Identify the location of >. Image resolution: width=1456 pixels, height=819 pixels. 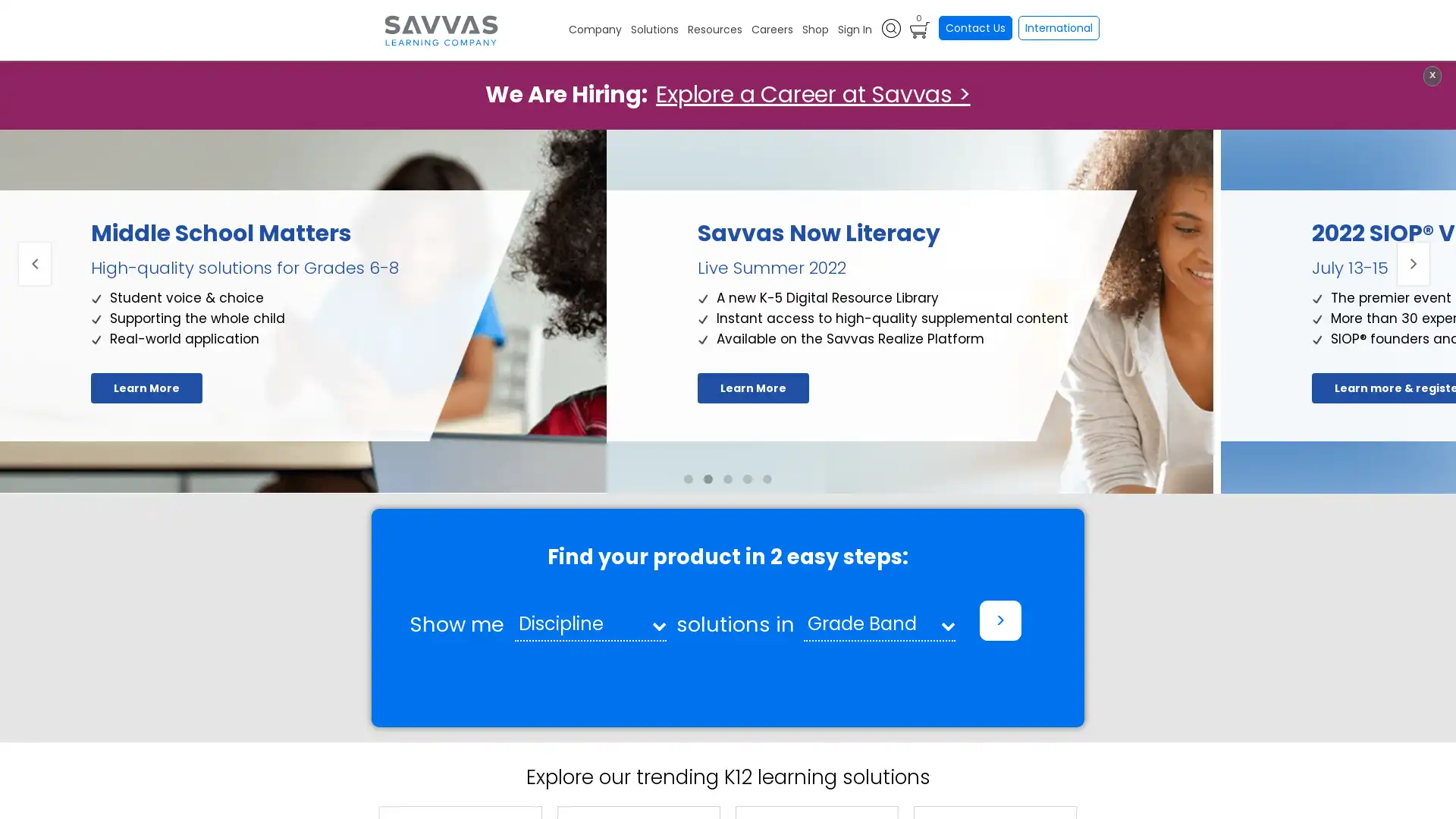
(1000, 620).